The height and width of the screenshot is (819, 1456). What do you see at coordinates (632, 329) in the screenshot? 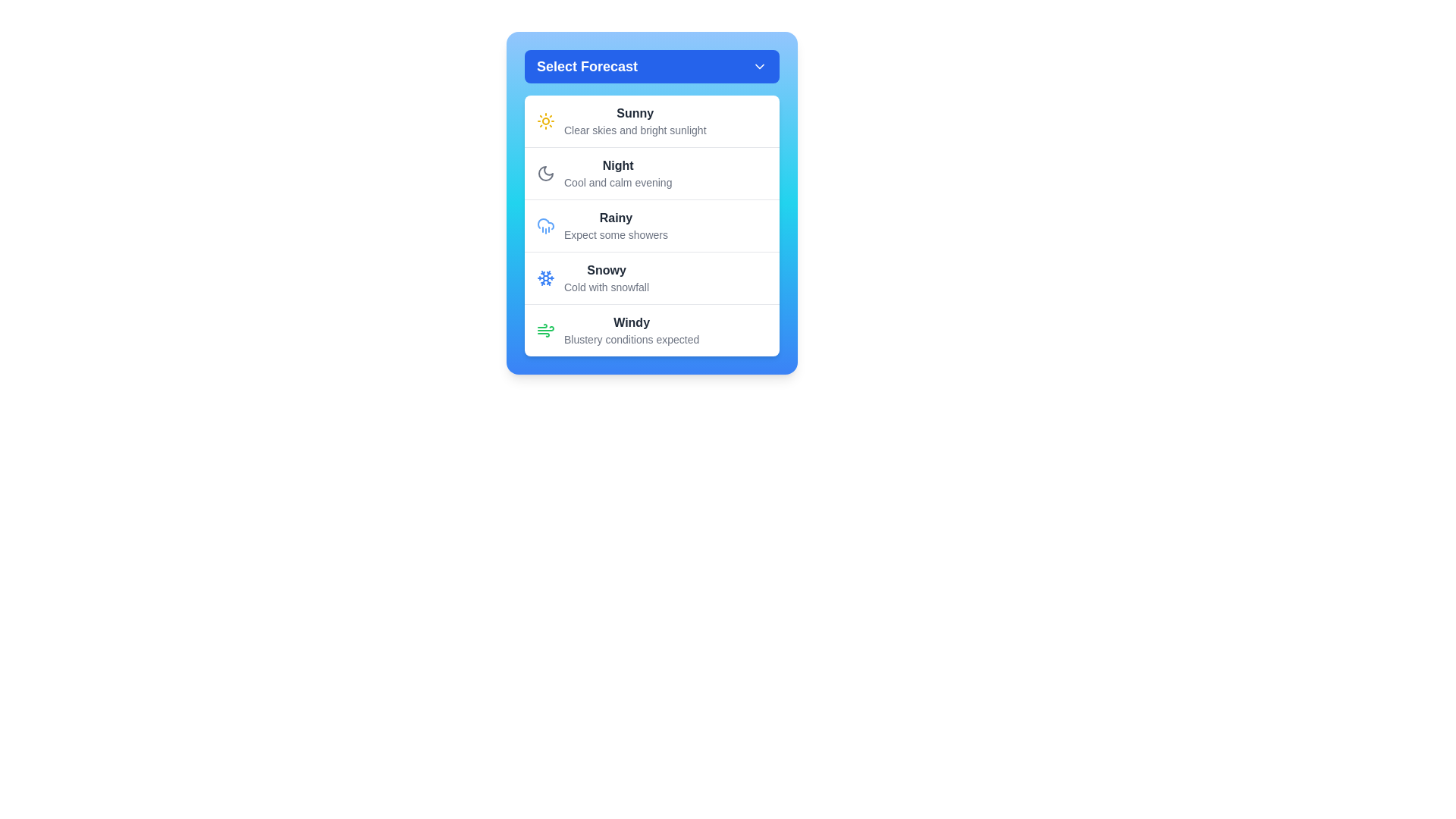
I see `text content of the 'Windy' option in the weather selection dropdown menu, which is the last item in the list and includes a wind icon to its left` at bounding box center [632, 329].